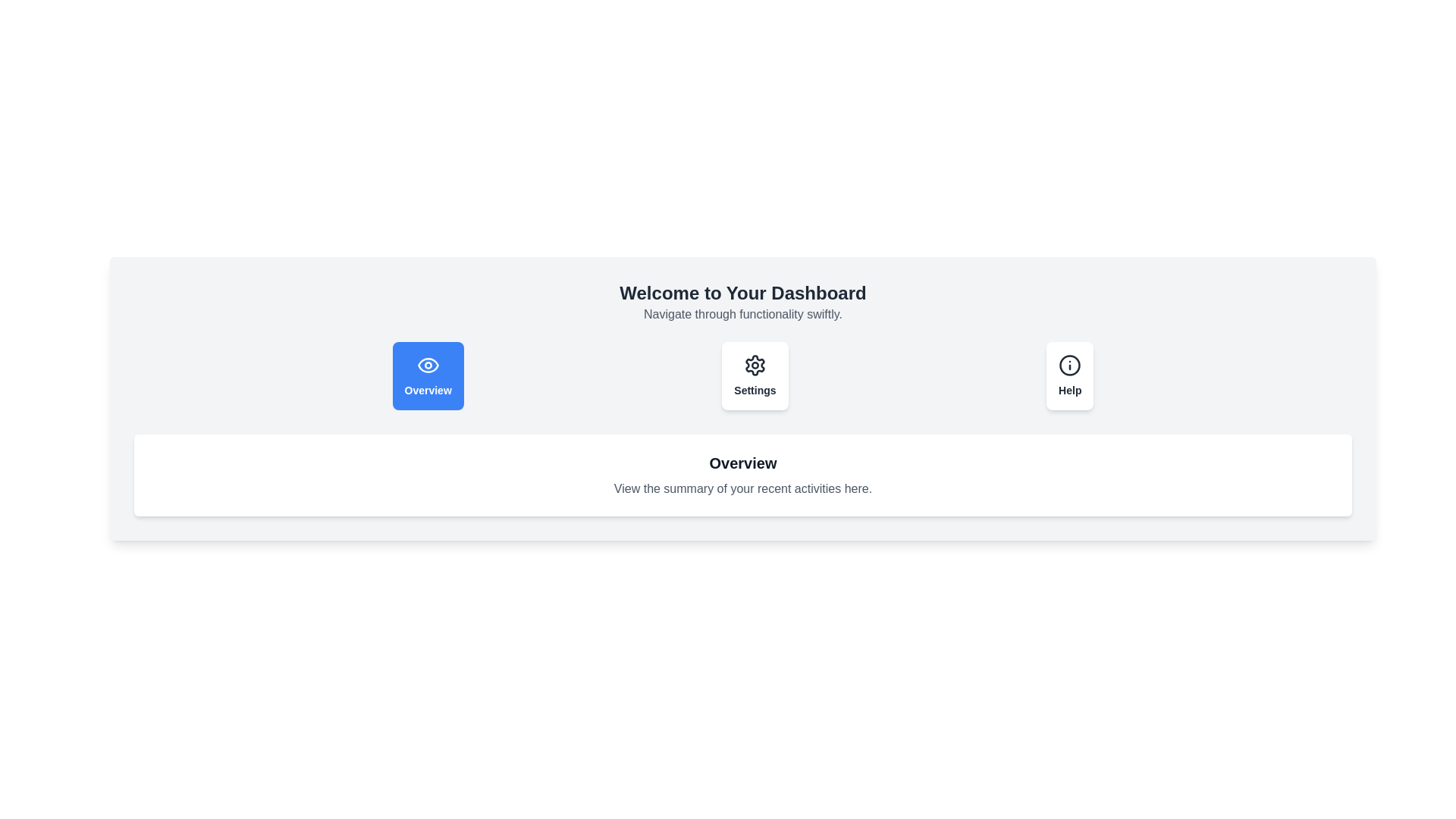 This screenshot has height=819, width=1456. What do you see at coordinates (1069, 366) in the screenshot?
I see `the circular informational icon with a thin dark outline located in the 'Help' widget on the right side of the feature row` at bounding box center [1069, 366].